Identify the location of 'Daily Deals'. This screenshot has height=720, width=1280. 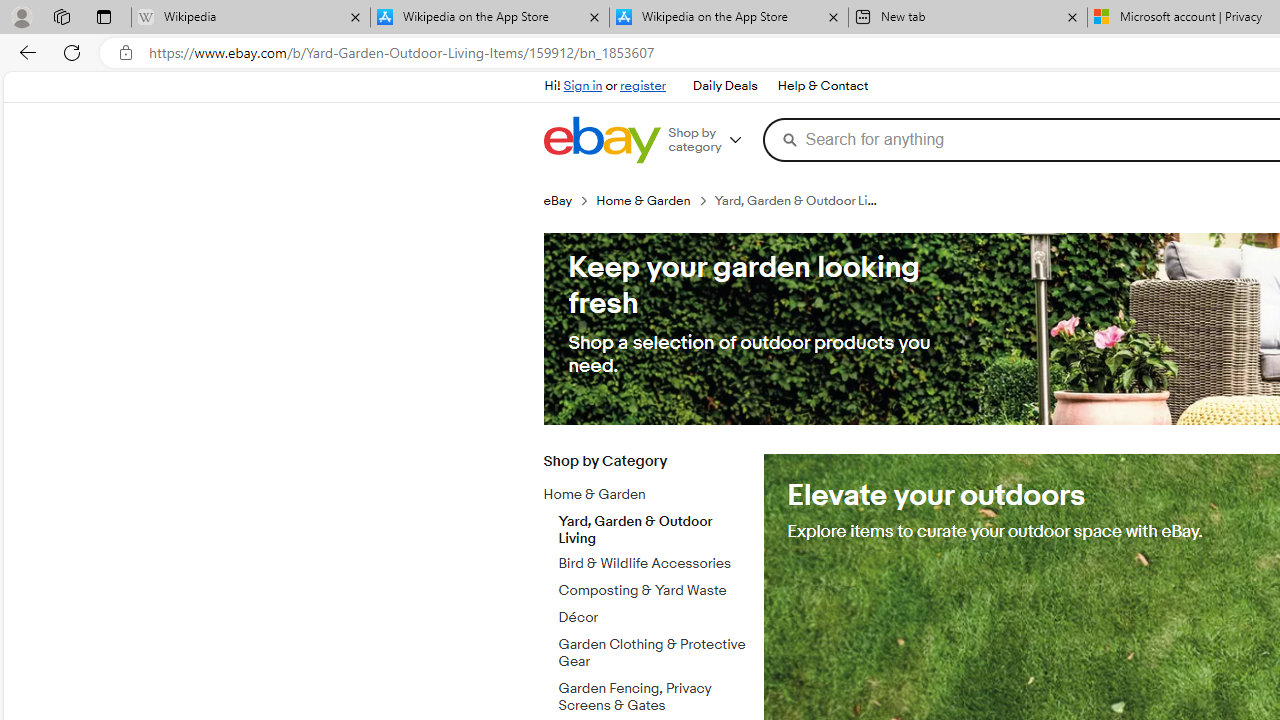
(723, 85).